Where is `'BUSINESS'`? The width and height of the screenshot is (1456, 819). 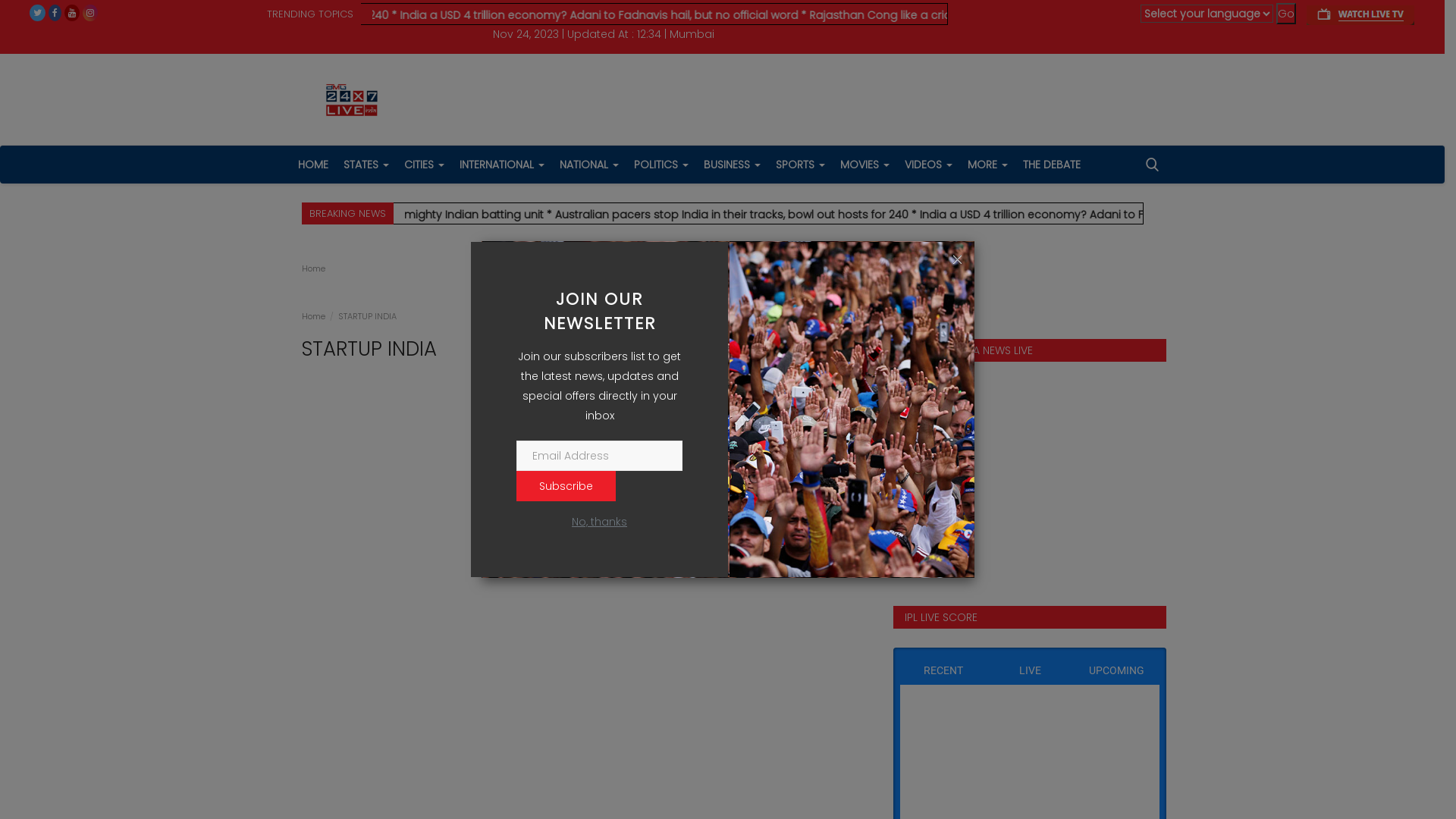
'BUSINESS' is located at coordinates (732, 164).